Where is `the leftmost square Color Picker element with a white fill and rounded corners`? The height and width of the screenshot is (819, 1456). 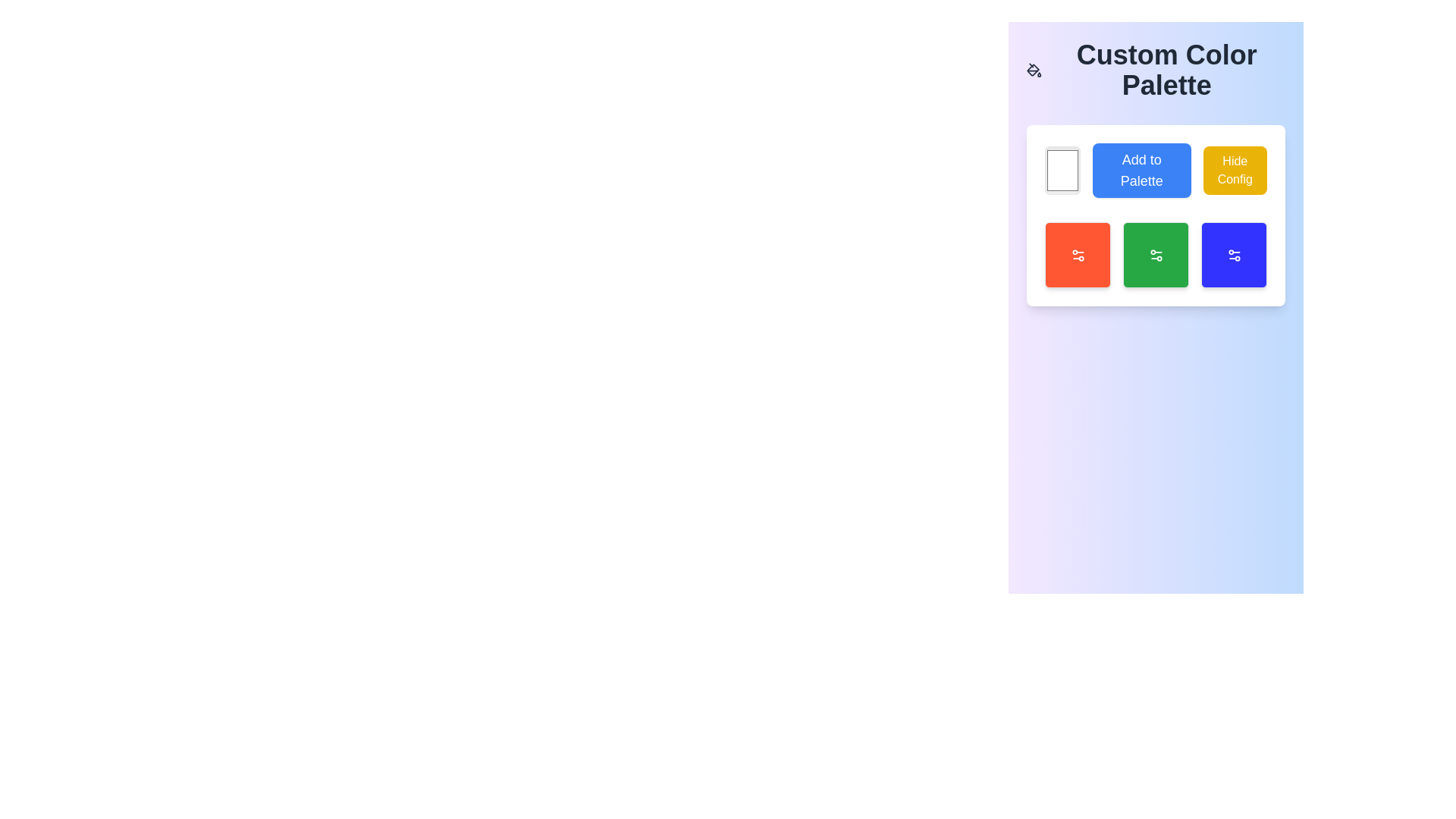
the leftmost square Color Picker element with a white fill and rounded corners is located at coordinates (1062, 170).